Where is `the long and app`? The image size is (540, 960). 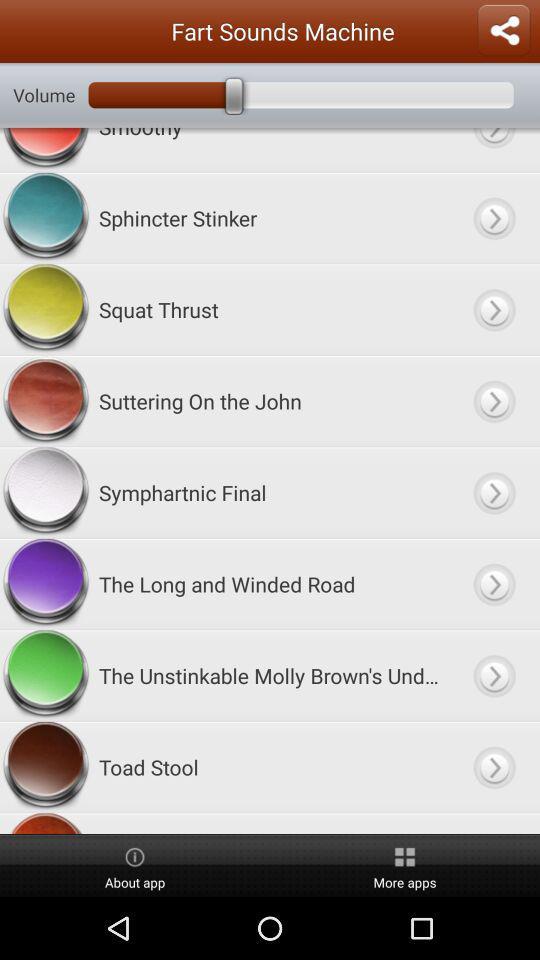 the long and app is located at coordinates (269, 584).